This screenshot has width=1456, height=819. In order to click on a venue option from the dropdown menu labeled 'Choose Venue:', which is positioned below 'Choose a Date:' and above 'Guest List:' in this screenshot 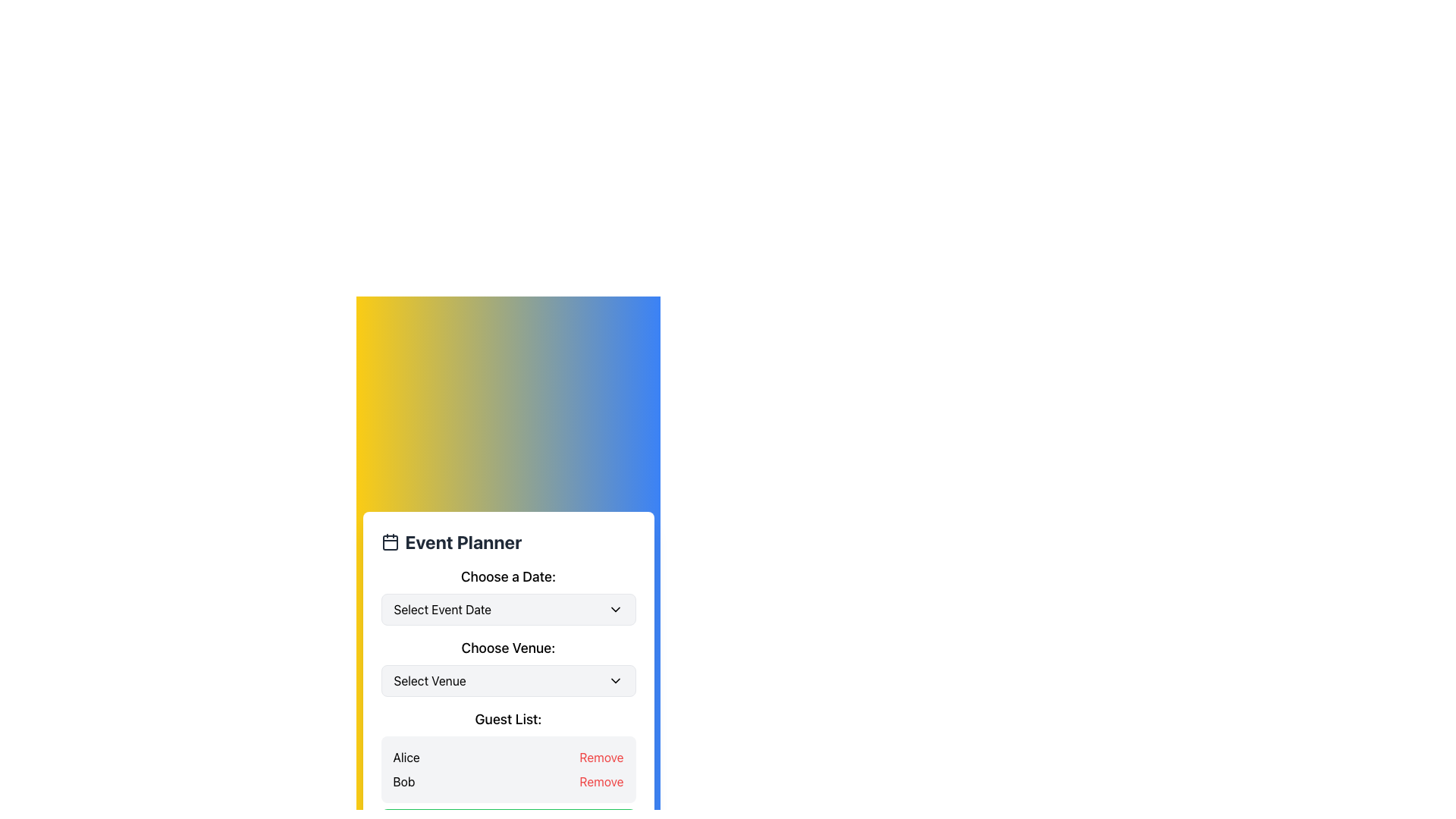, I will do `click(508, 666)`.